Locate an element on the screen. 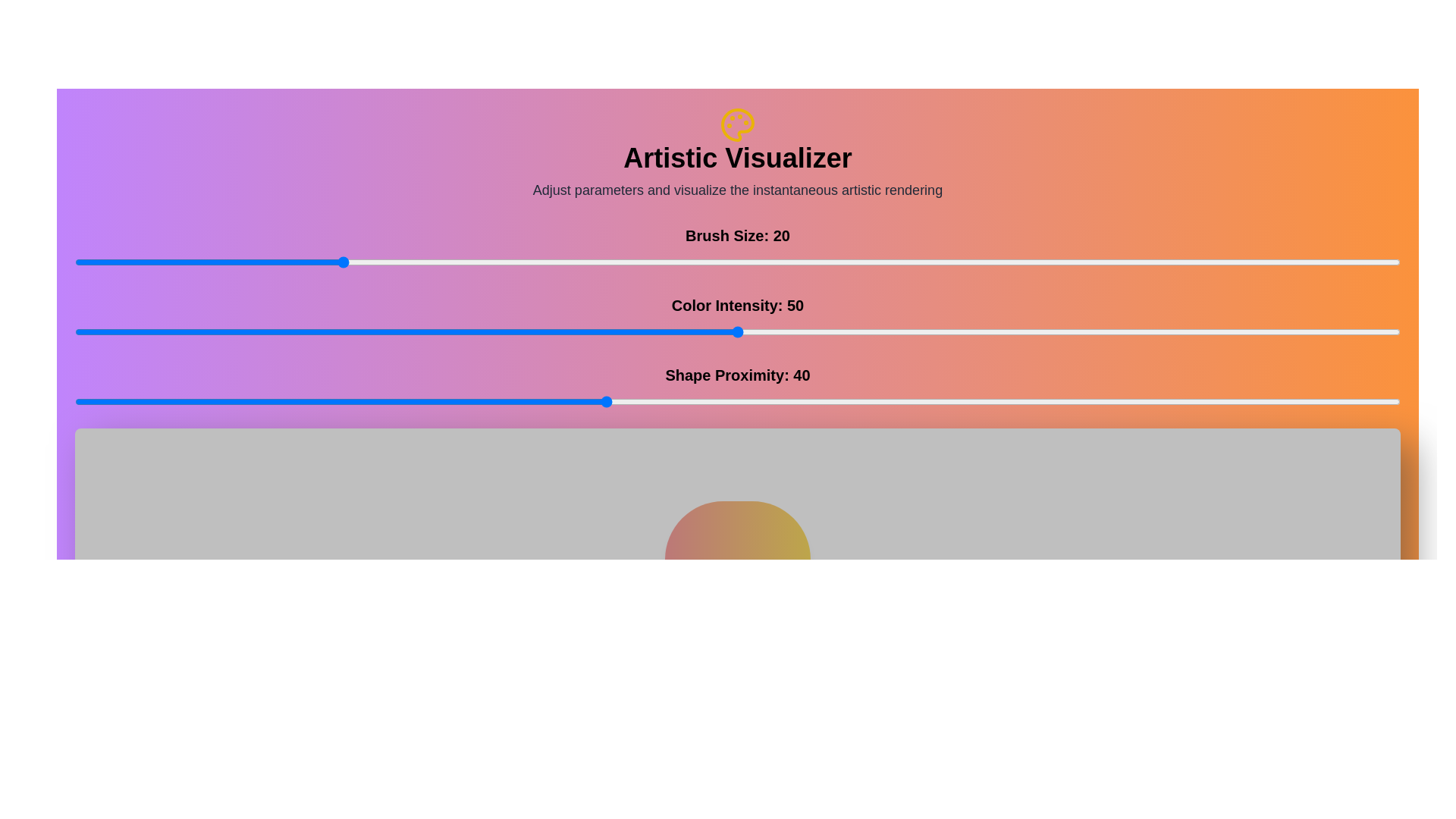 The height and width of the screenshot is (819, 1456). the 'Shape Proximity' slider to 29 value is located at coordinates (458, 400).